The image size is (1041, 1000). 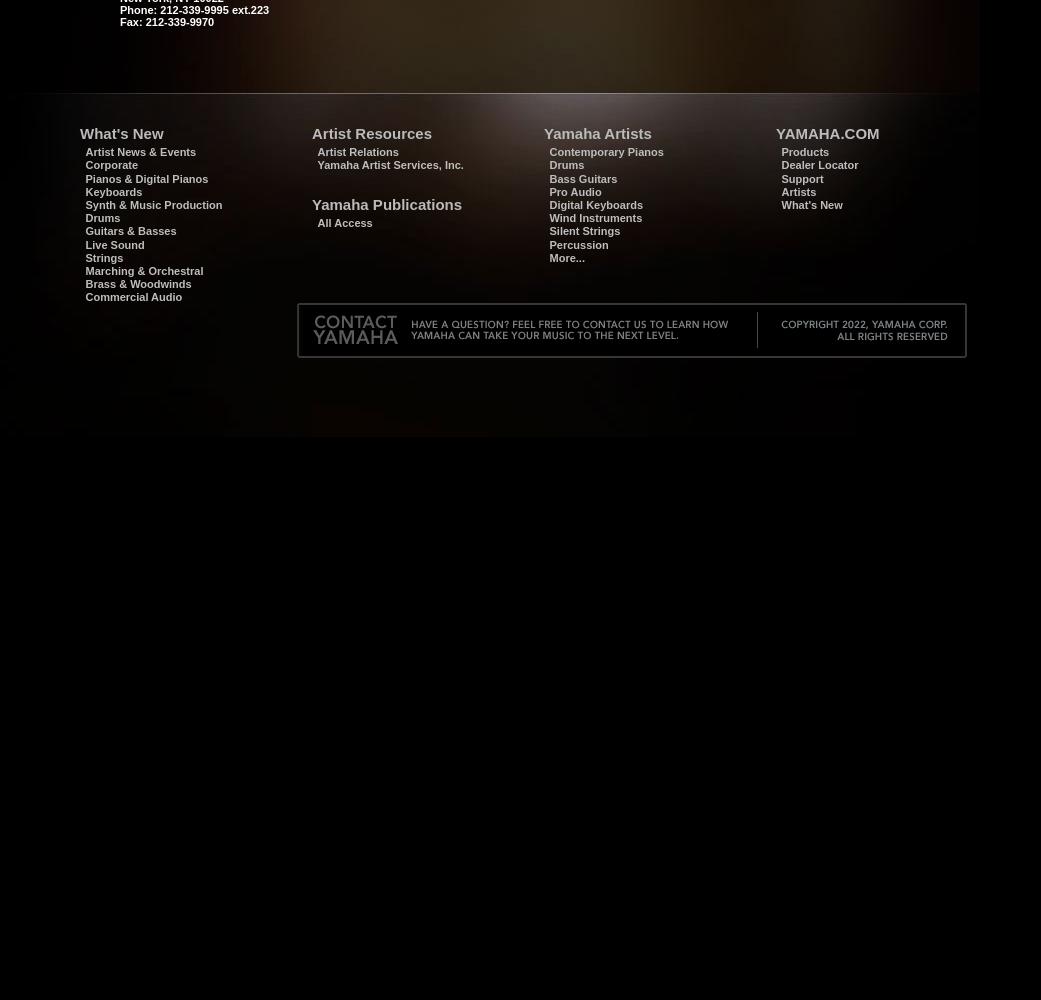 What do you see at coordinates (582, 178) in the screenshot?
I see `'Bass Guitars'` at bounding box center [582, 178].